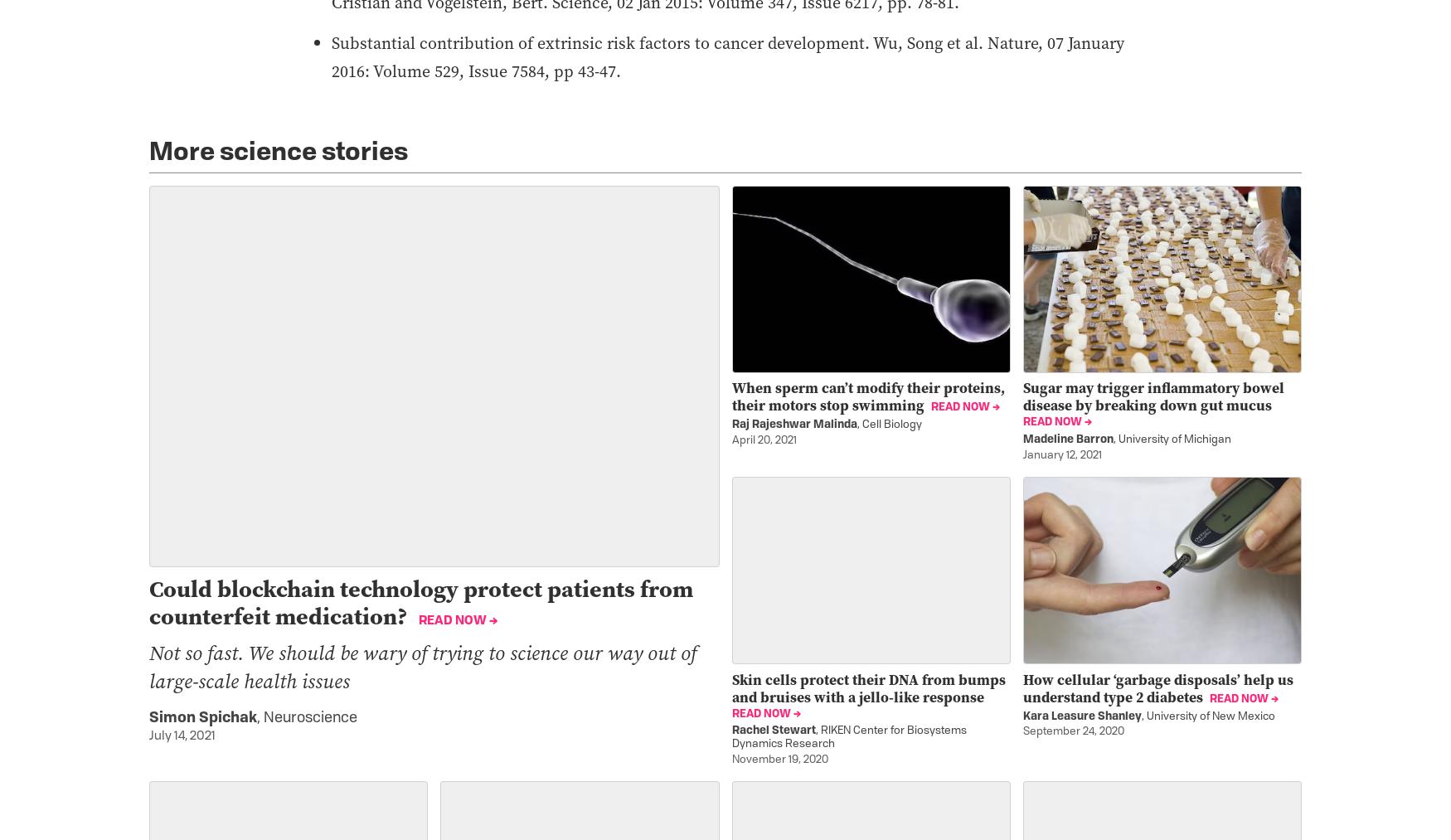 The width and height of the screenshot is (1451, 840). I want to click on ', Cell Biology', so click(889, 425).